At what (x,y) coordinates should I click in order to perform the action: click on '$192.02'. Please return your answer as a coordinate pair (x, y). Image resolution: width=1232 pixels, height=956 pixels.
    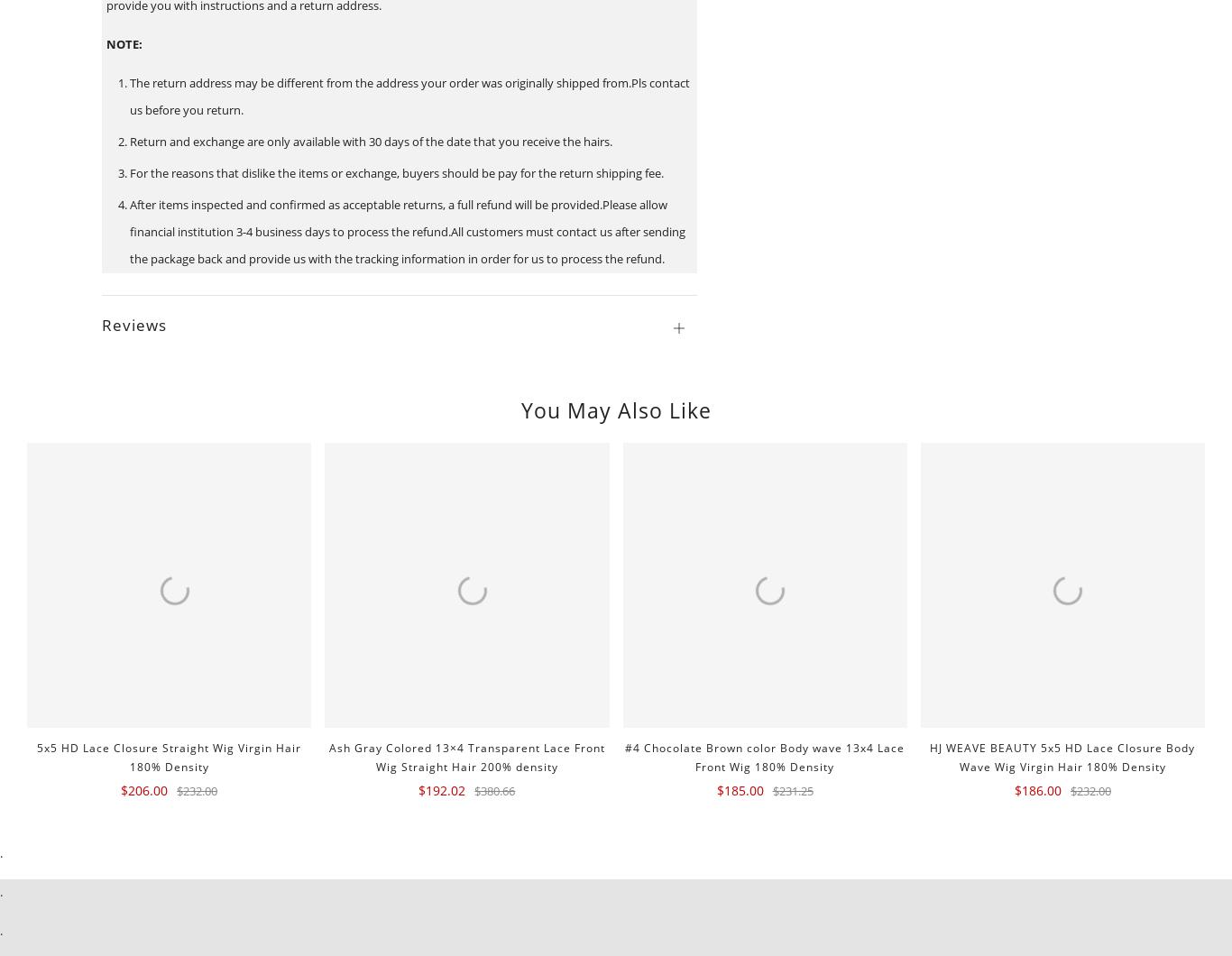
    Looking at the image, I should click on (441, 789).